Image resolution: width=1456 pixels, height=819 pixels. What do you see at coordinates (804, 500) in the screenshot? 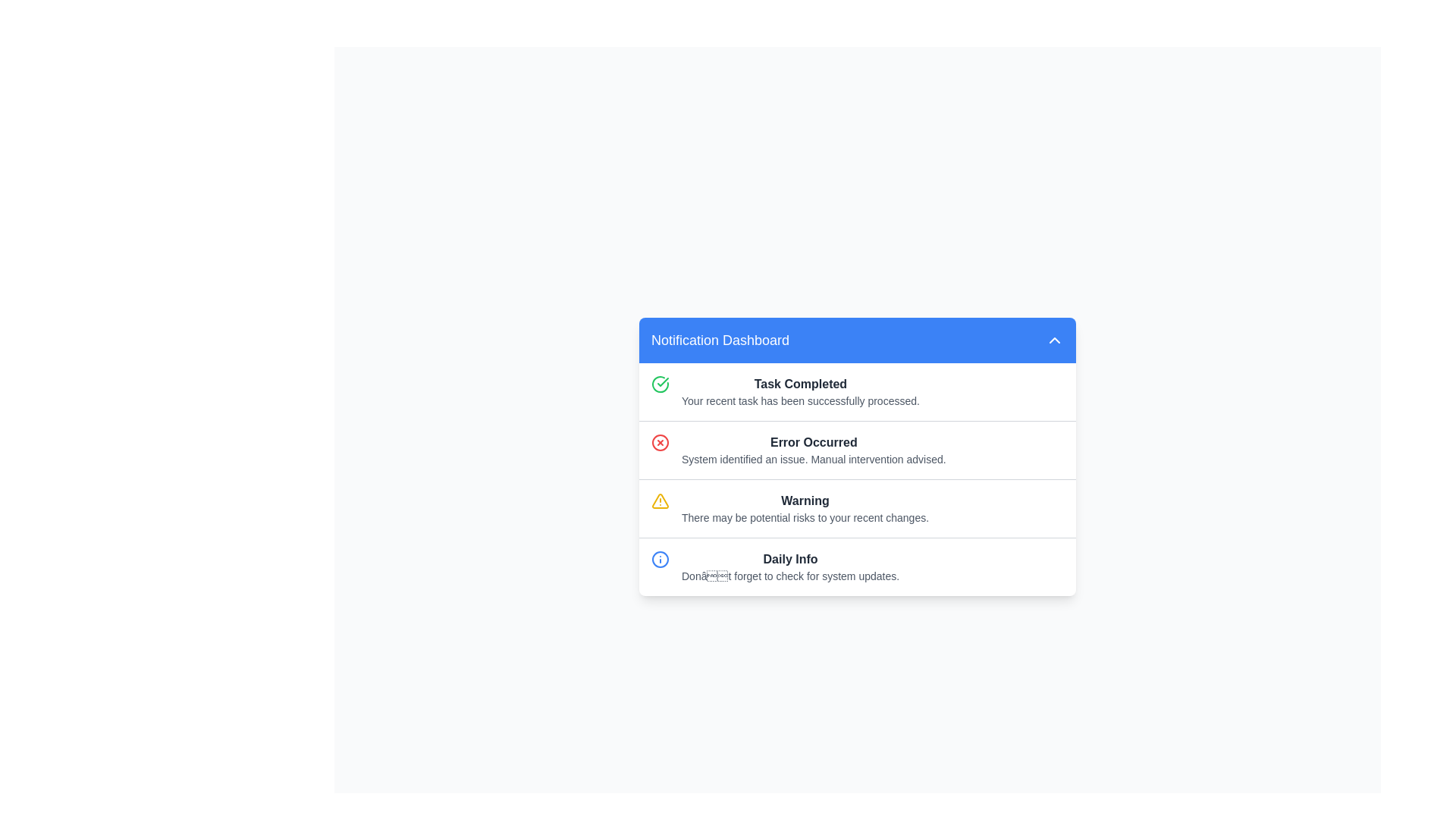
I see `the warning message heading text label, which is the third section in the vertically stacked list of notifications, marked by a warning triangle icon` at bounding box center [804, 500].